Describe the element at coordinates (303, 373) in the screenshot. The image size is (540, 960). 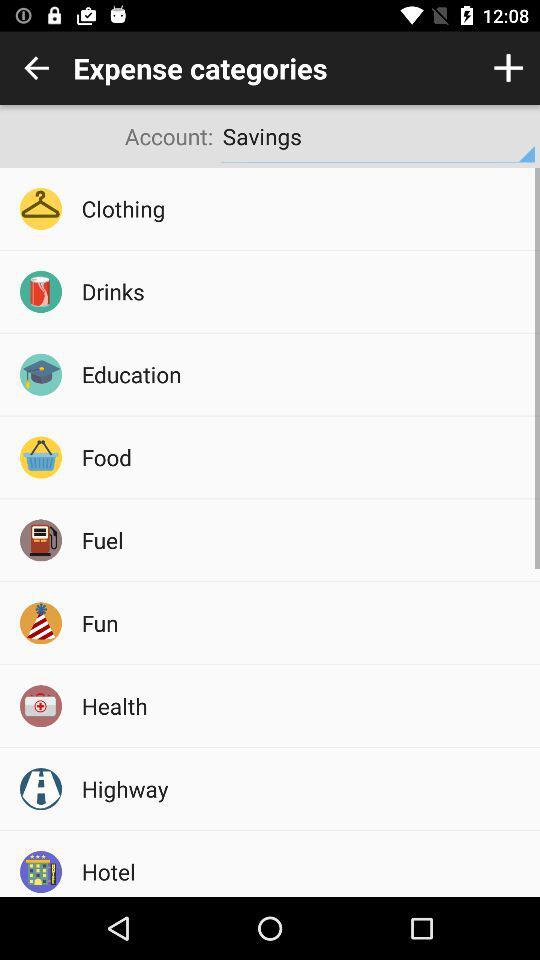
I see `the icon above the food item` at that location.